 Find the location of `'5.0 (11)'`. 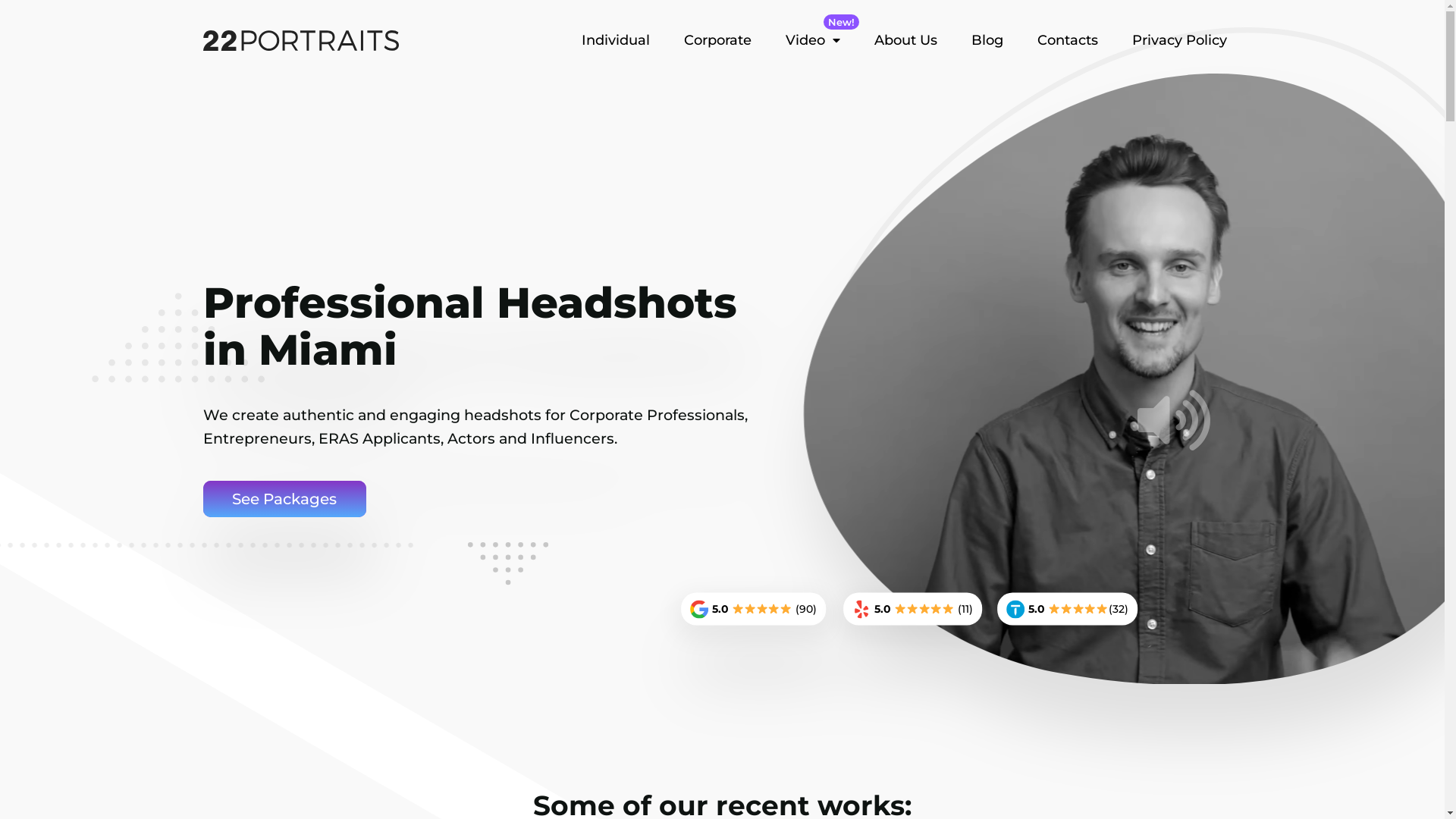

'5.0 (11)' is located at coordinates (912, 608).